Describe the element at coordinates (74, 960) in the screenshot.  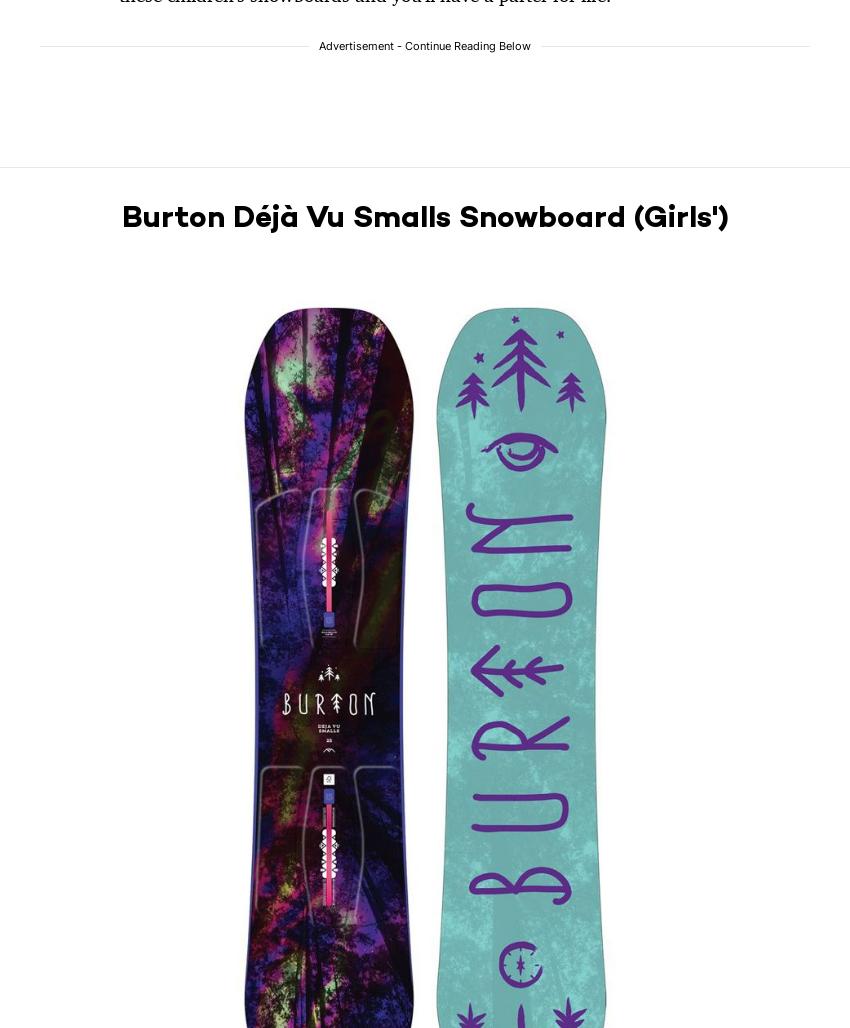
I see `'Contact Us'` at that location.